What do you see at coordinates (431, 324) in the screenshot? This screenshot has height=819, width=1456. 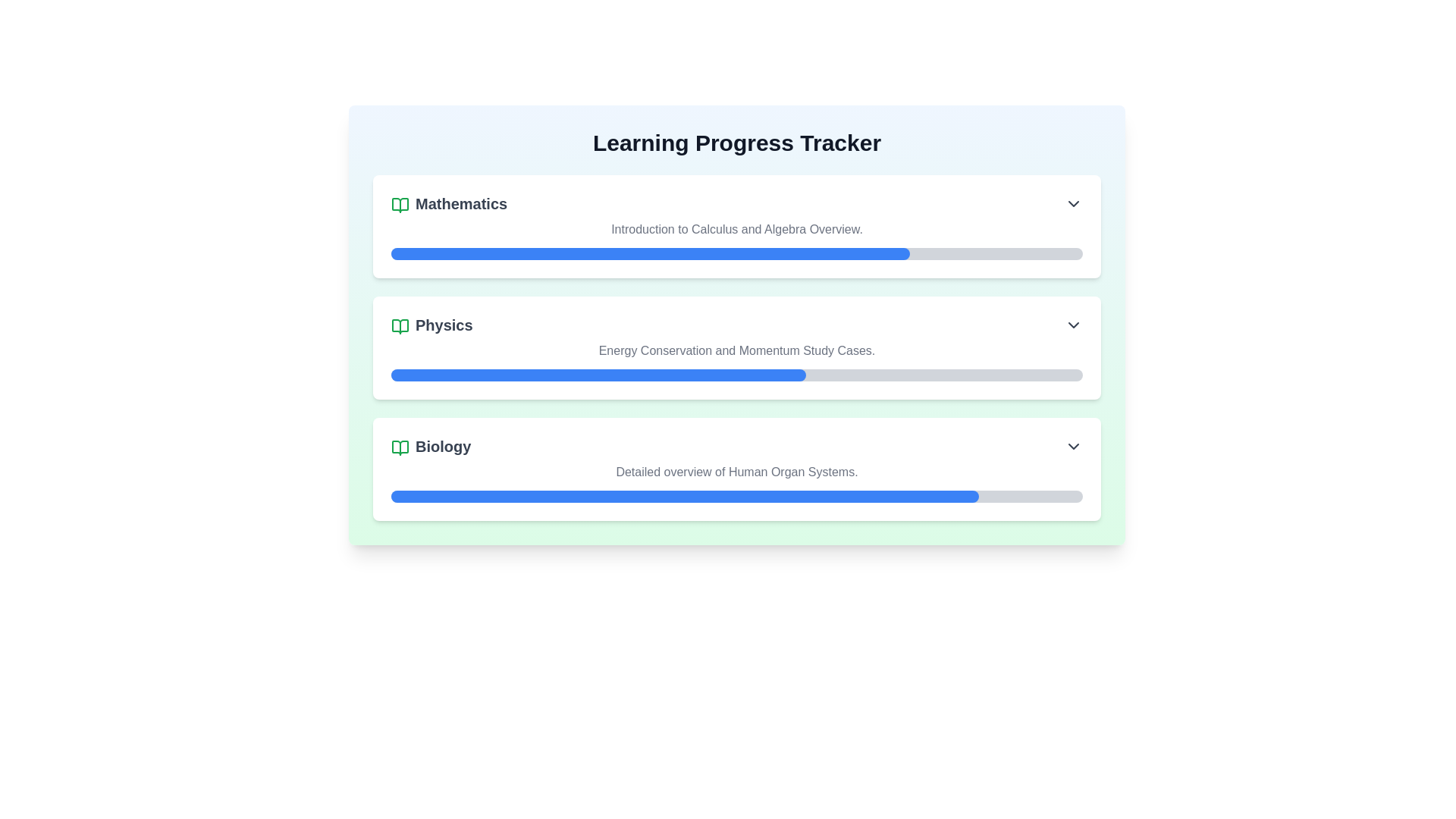 I see `the 'Physics' text header element, which is located in the second row of a vertical list, directly under the 'Mathematics' section and above the 'Biology' section, to interact with it if functionality applies` at bounding box center [431, 324].